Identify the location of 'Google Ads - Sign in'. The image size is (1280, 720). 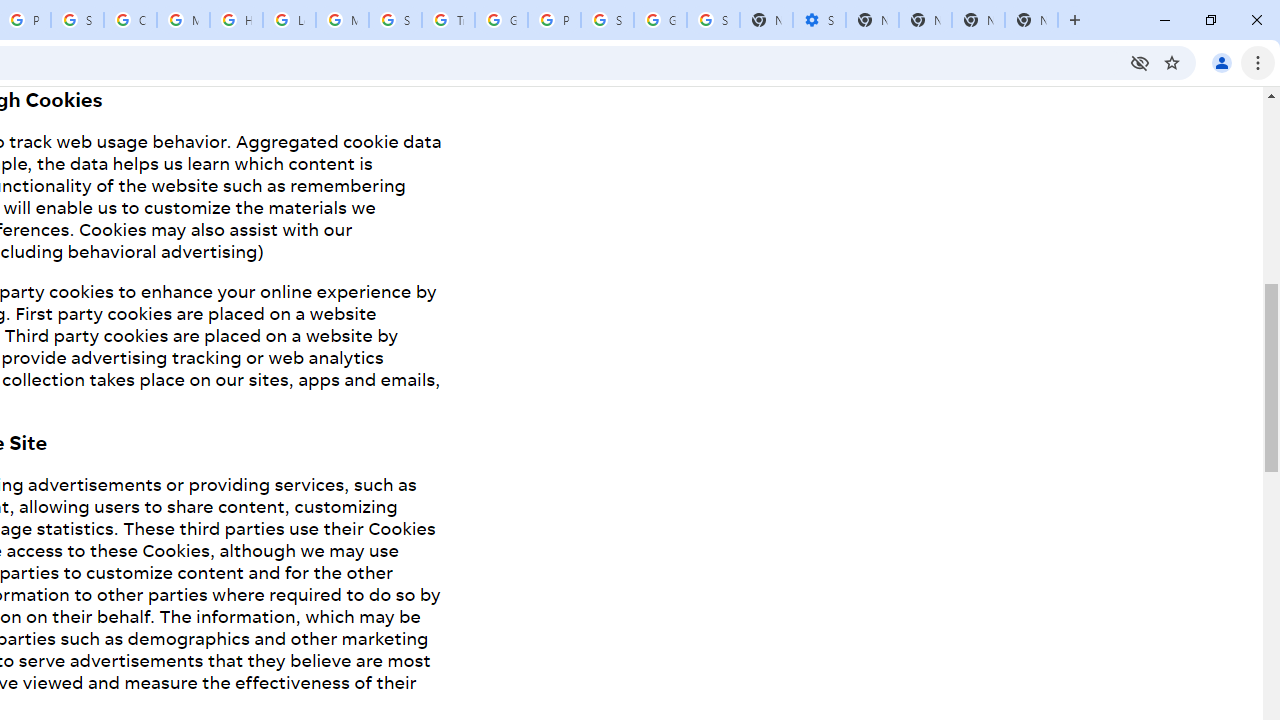
(501, 20).